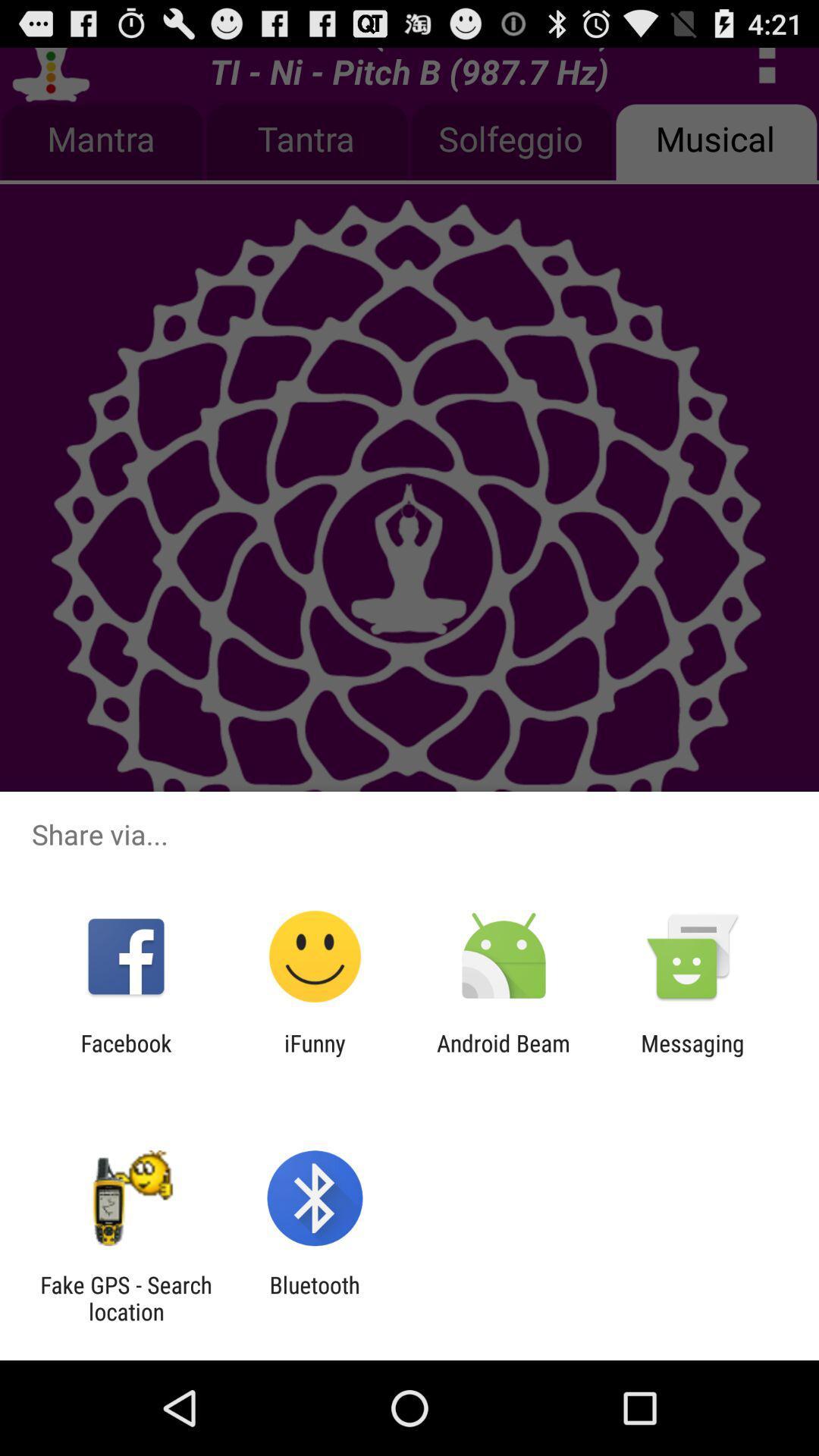  What do you see at coordinates (692, 1056) in the screenshot?
I see `item next to the android beam icon` at bounding box center [692, 1056].